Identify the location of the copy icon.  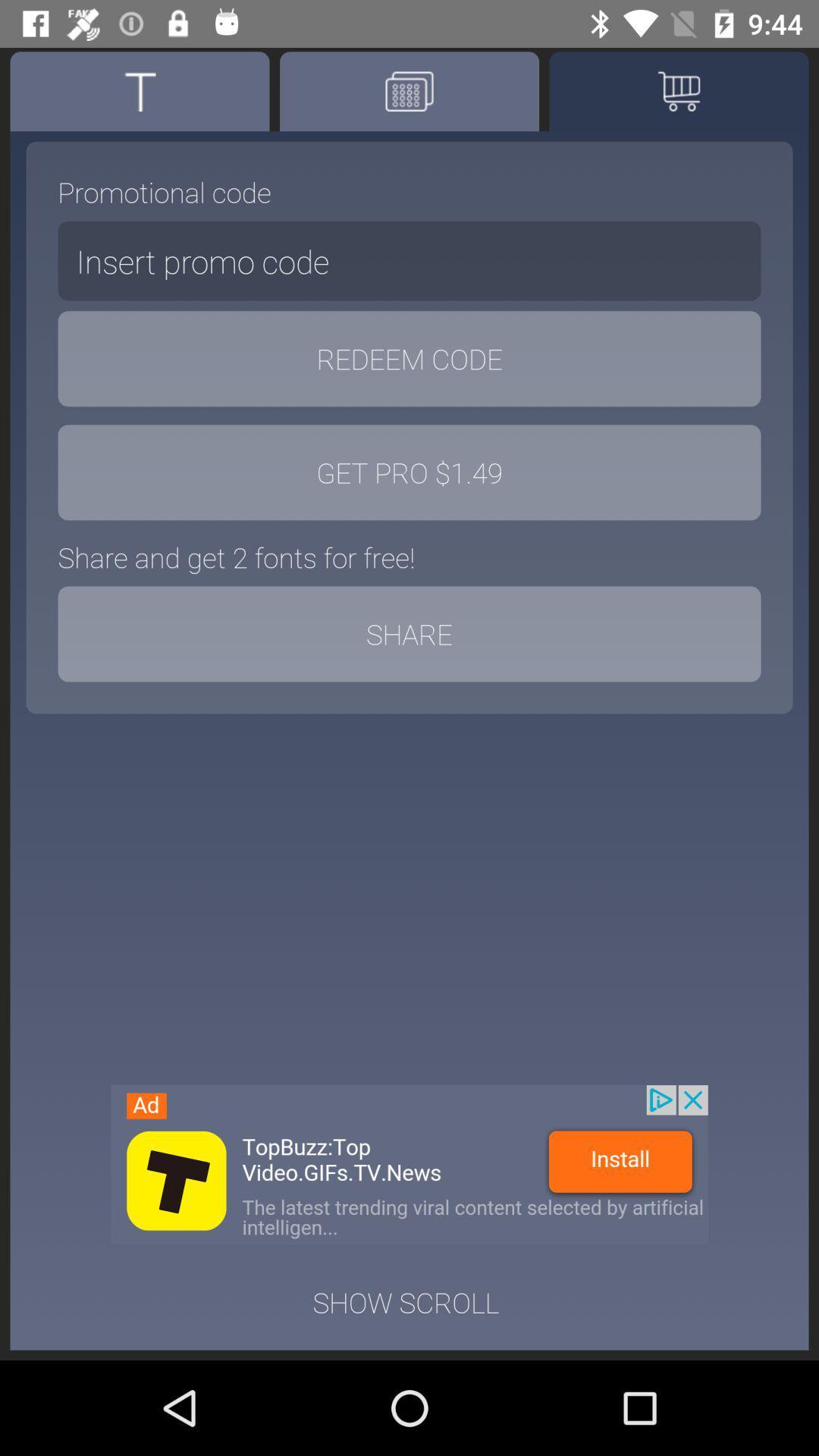
(409, 90).